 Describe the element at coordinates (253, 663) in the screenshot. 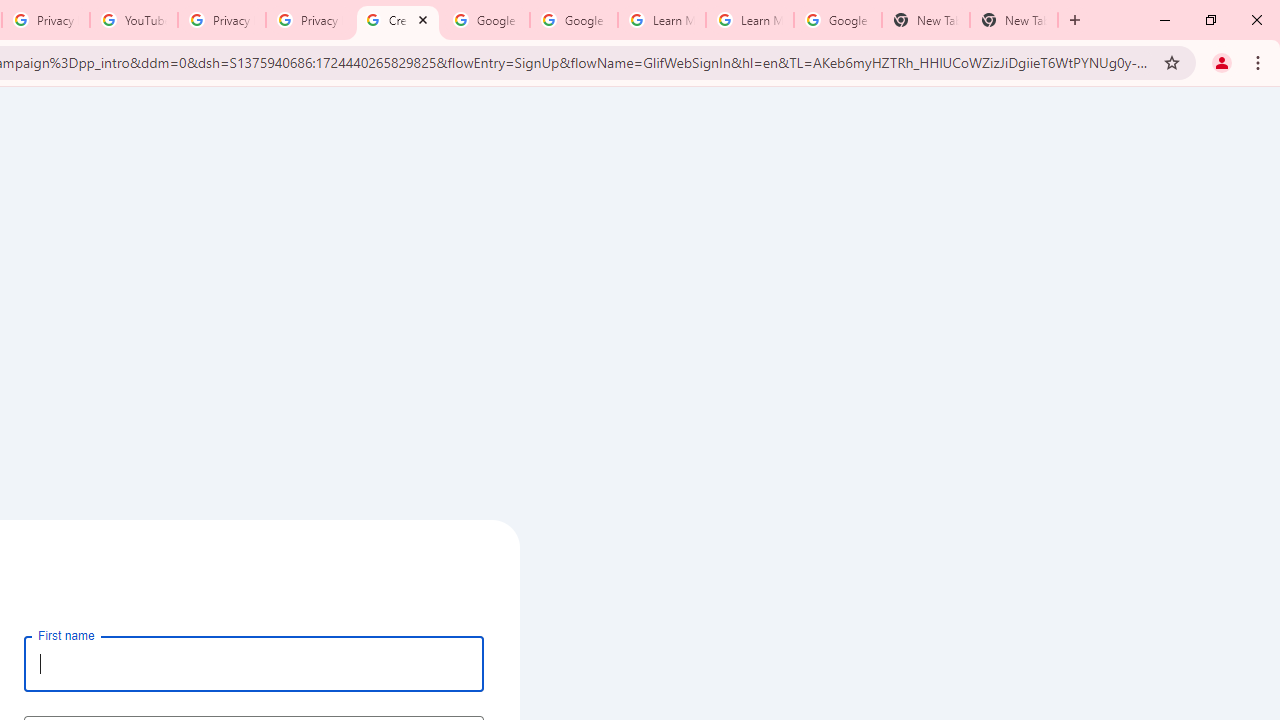

I see `'First name'` at that location.